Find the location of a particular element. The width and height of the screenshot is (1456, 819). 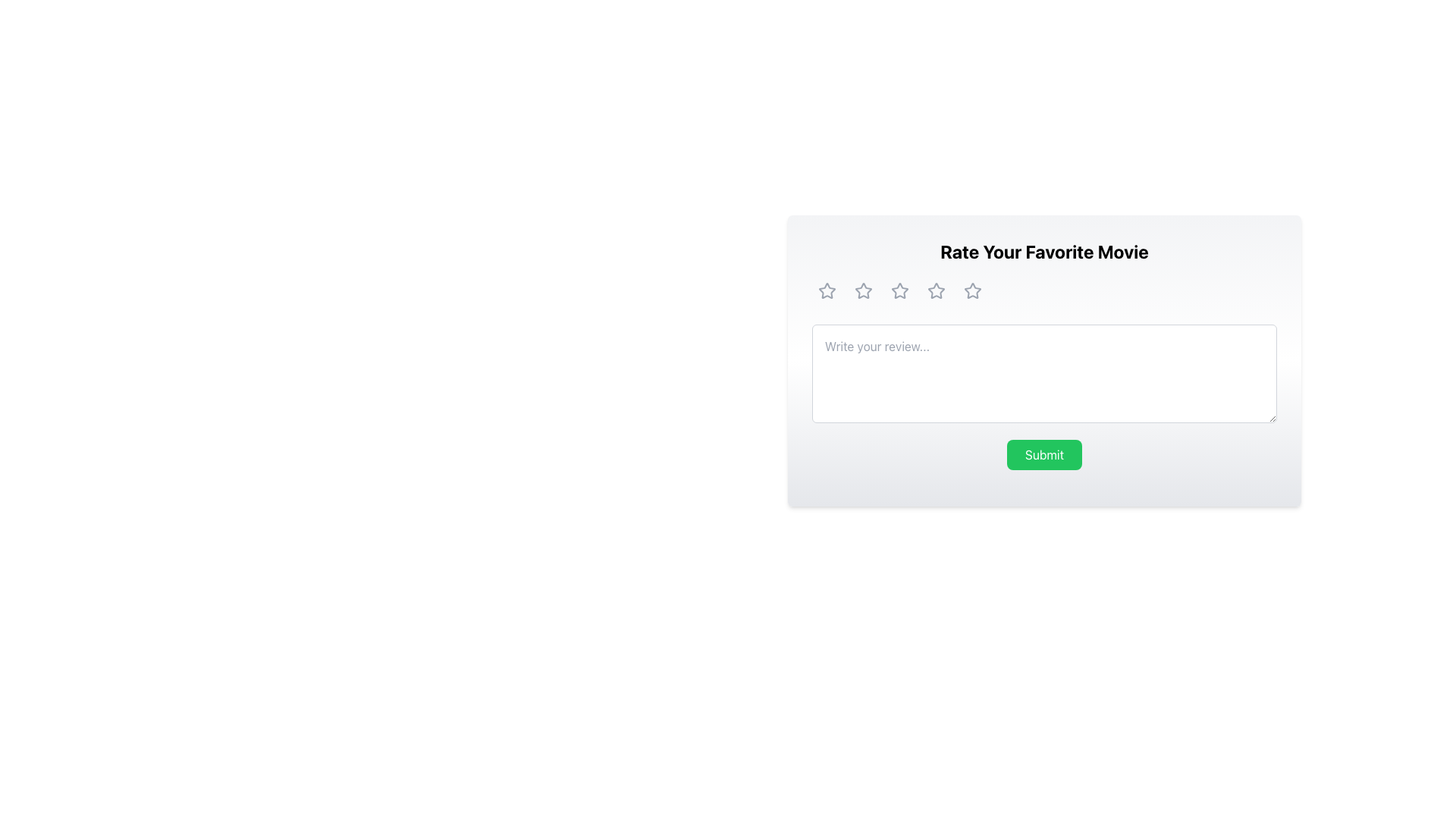

the first star icon in the rating interface is located at coordinates (826, 291).